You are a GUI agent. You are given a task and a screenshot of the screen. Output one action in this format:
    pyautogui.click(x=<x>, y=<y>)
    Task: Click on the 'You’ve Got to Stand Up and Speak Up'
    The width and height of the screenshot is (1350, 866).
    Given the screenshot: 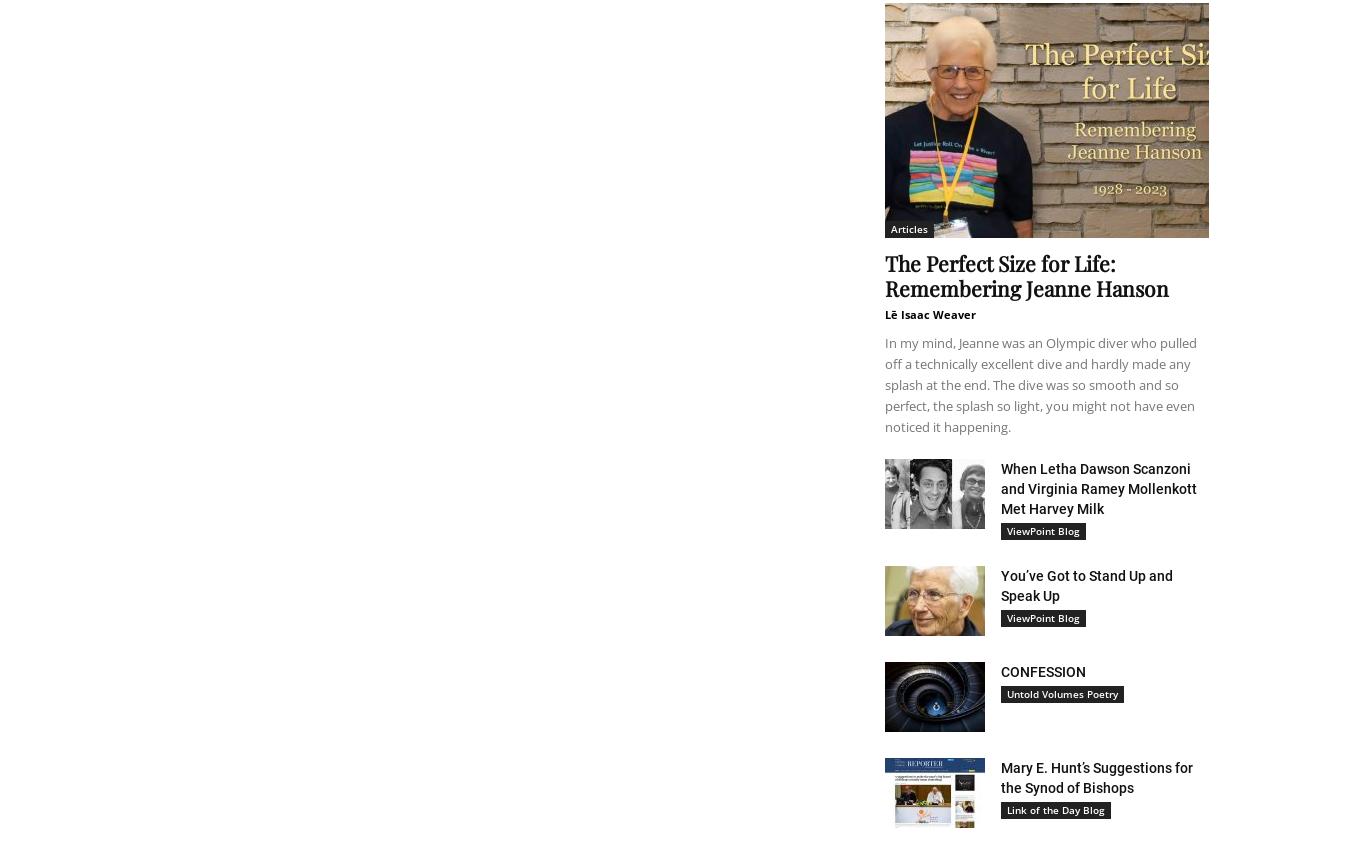 What is the action you would take?
    pyautogui.click(x=1000, y=586)
    